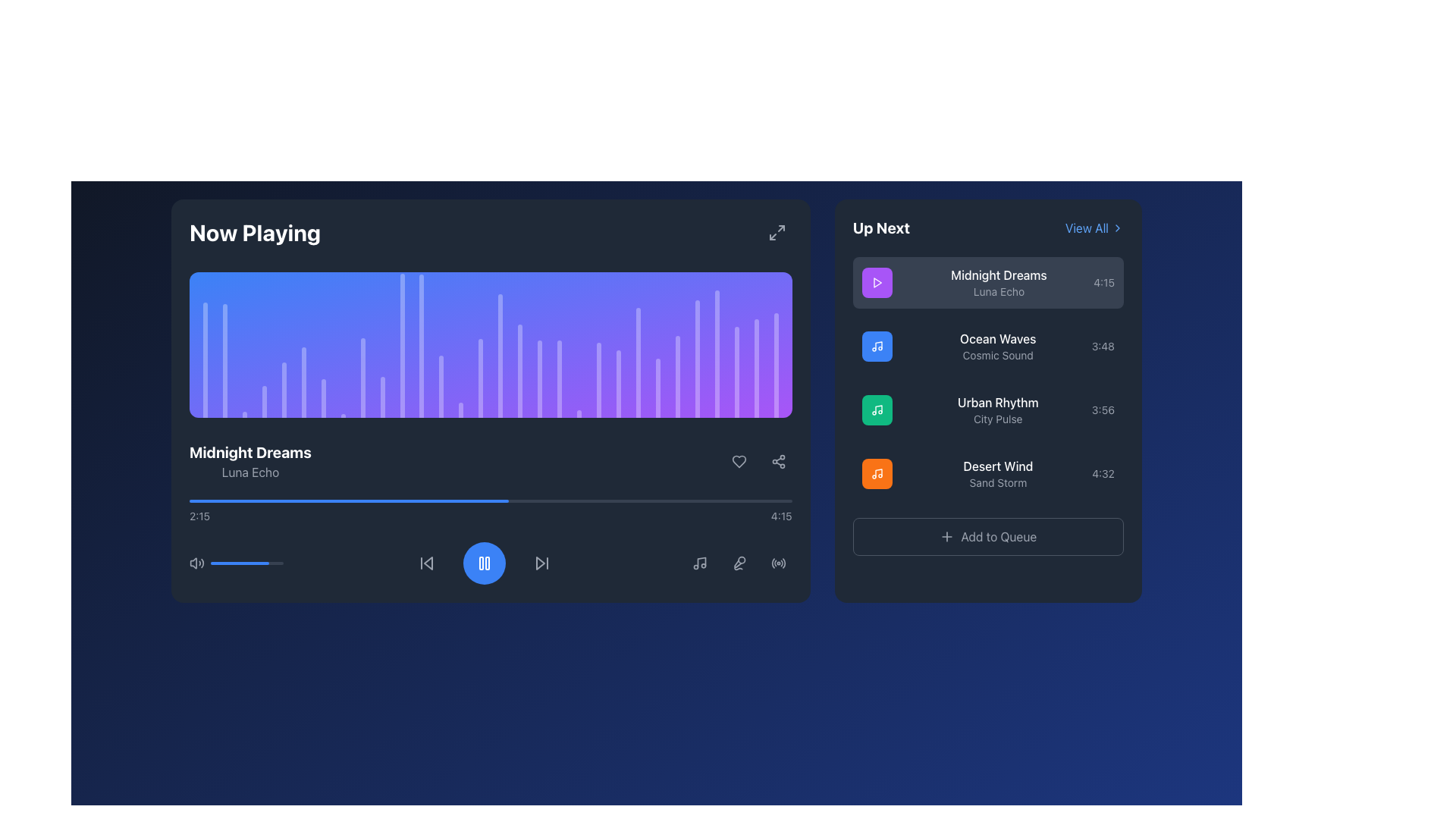  Describe the element at coordinates (736, 372) in the screenshot. I see `the 28th vertical Visual feedback bar, which is a slim semi-transparent white bar with rounded edges, located in the rightmost part of the visual feedback area within the Now Playing section` at that location.